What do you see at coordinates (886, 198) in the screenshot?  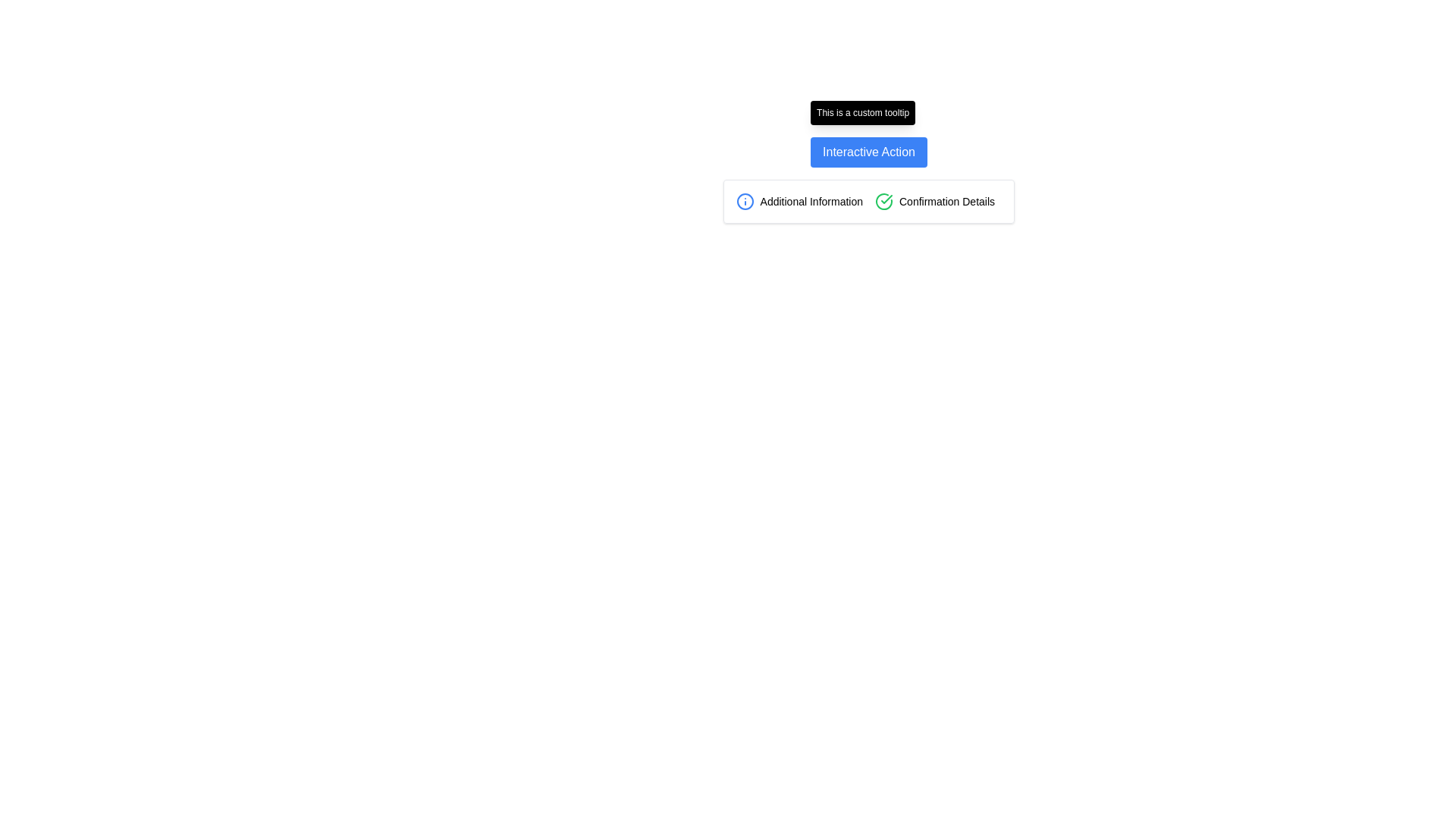 I see `the state of the green checkmark icon located within a circular icon, positioned to the right of the 'Confirmation Details' text and adjacent to a blue information icon, below the 'Interactive Action' button` at bounding box center [886, 198].